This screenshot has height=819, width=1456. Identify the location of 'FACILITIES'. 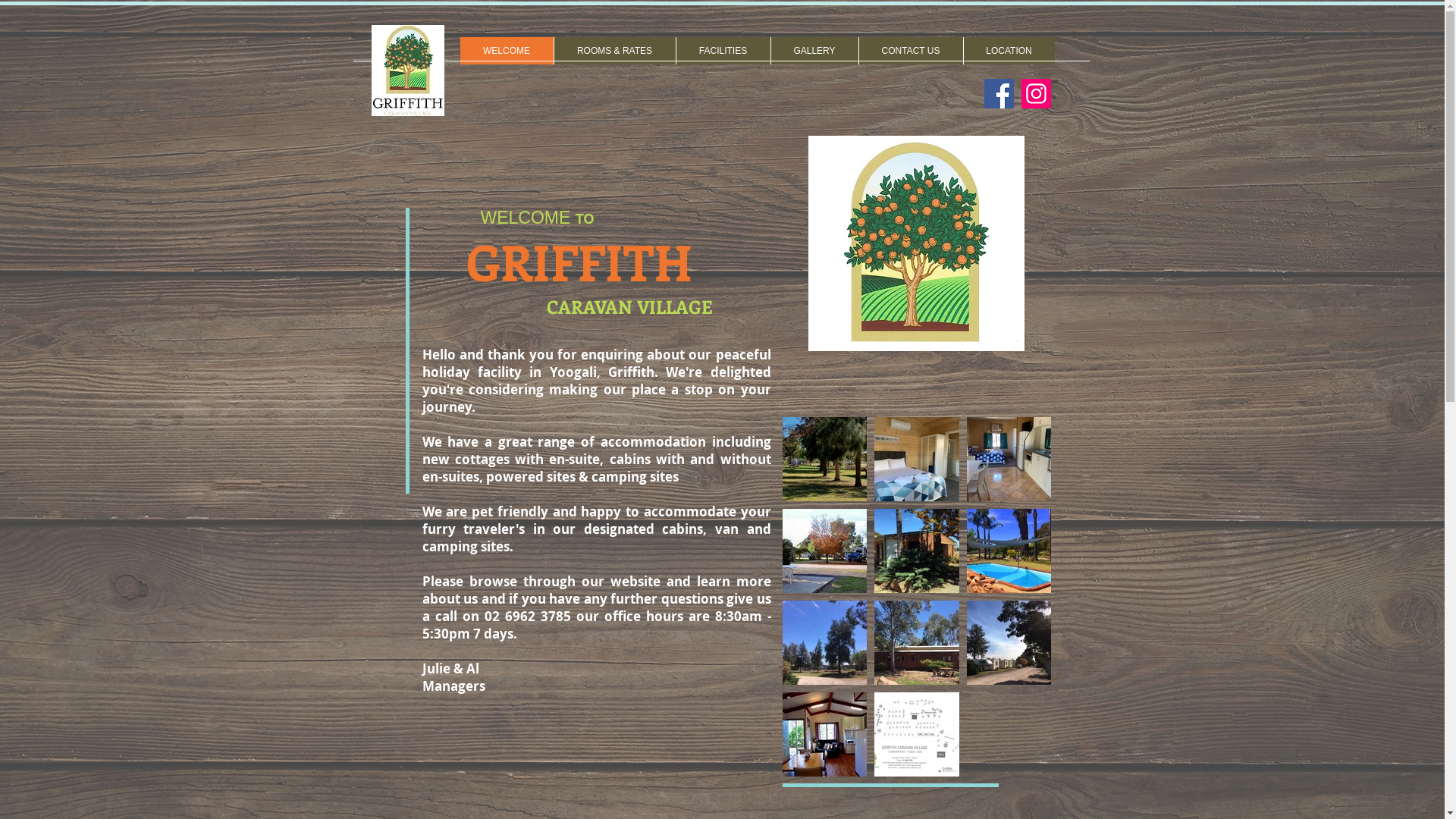
(721, 49).